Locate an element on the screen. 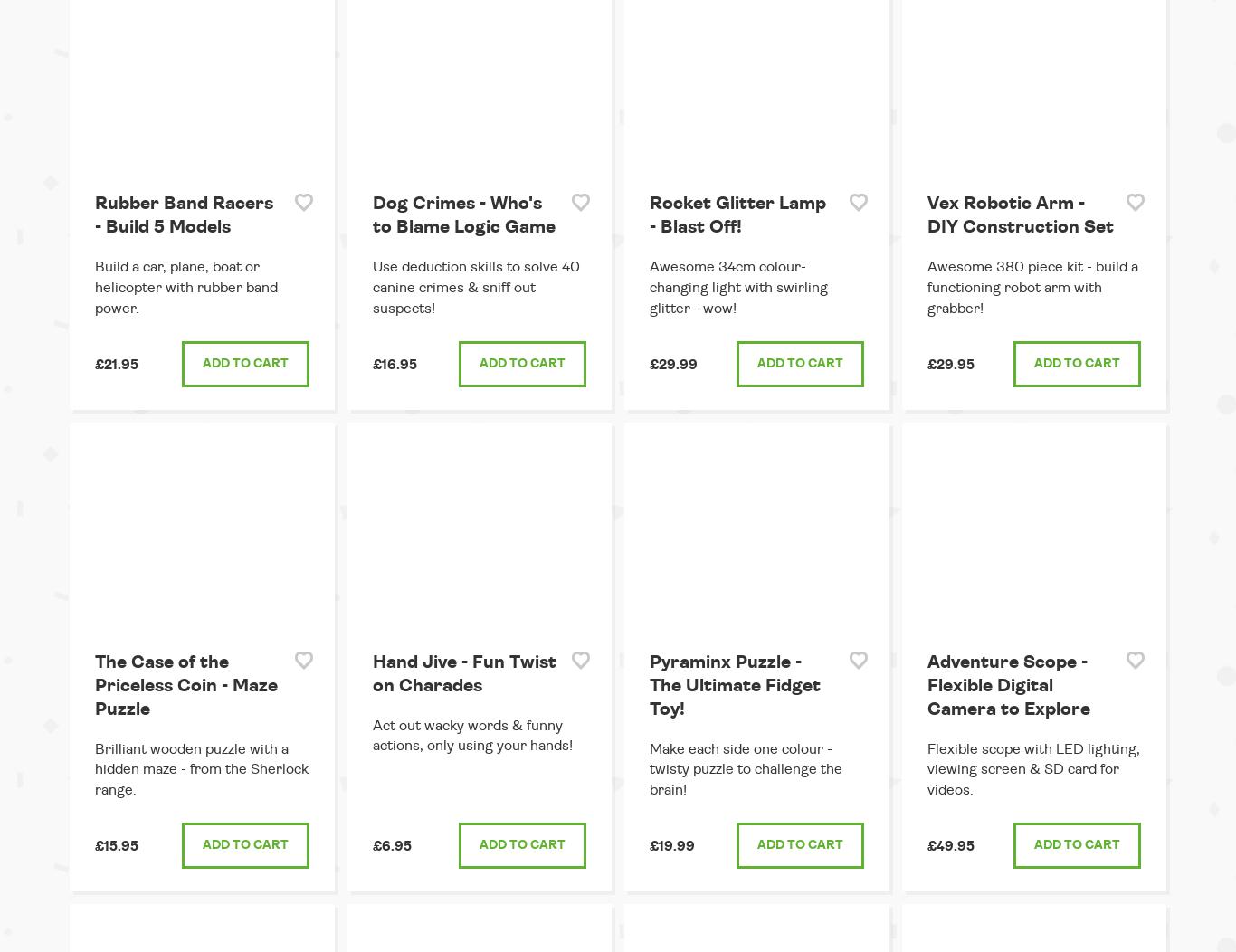  'Make each side one colour - twisty puzzle to challenge the brain!' is located at coordinates (745, 768).